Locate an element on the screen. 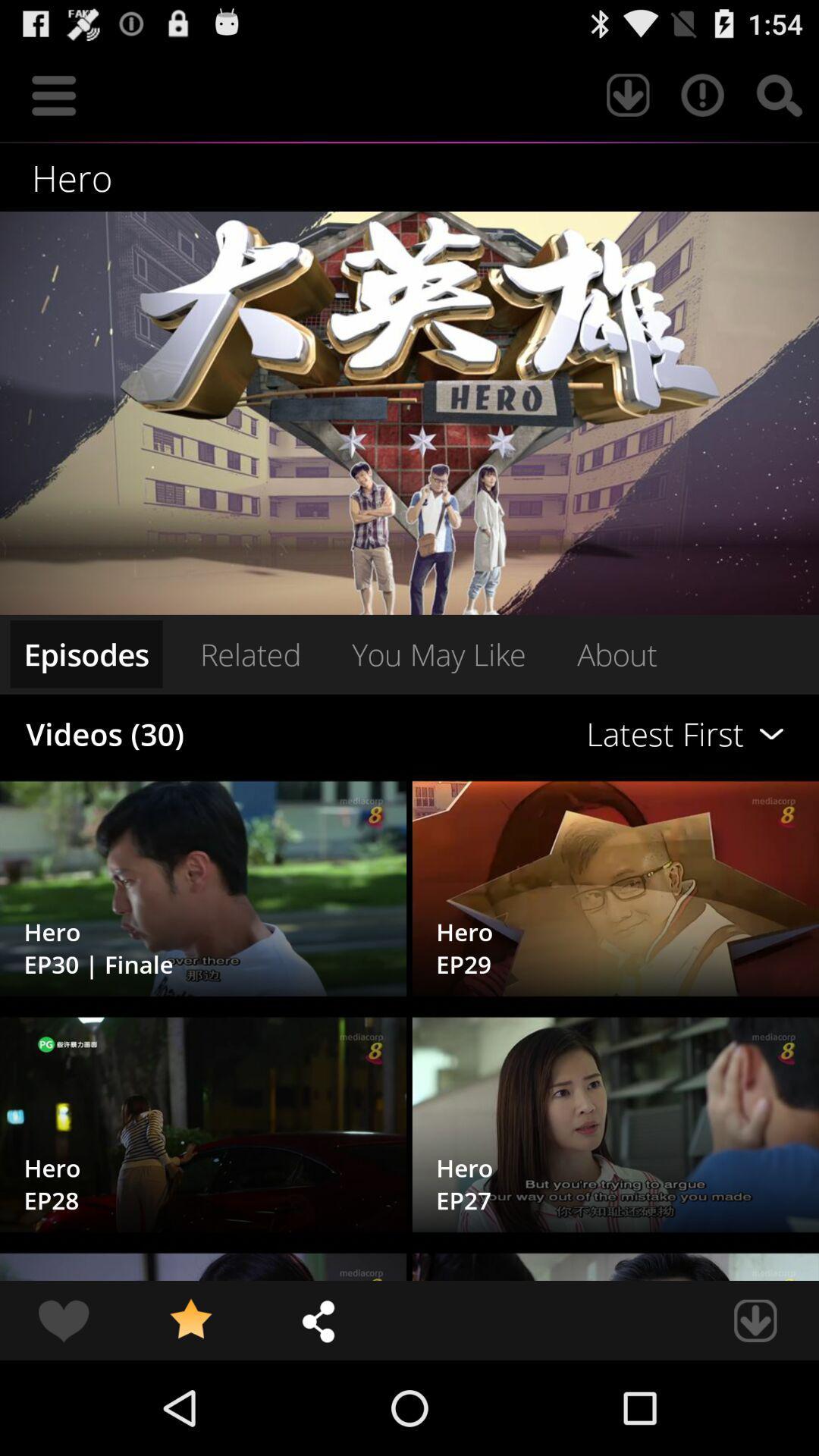 This screenshot has width=819, height=1456. item to the right of related icon is located at coordinates (438, 654).